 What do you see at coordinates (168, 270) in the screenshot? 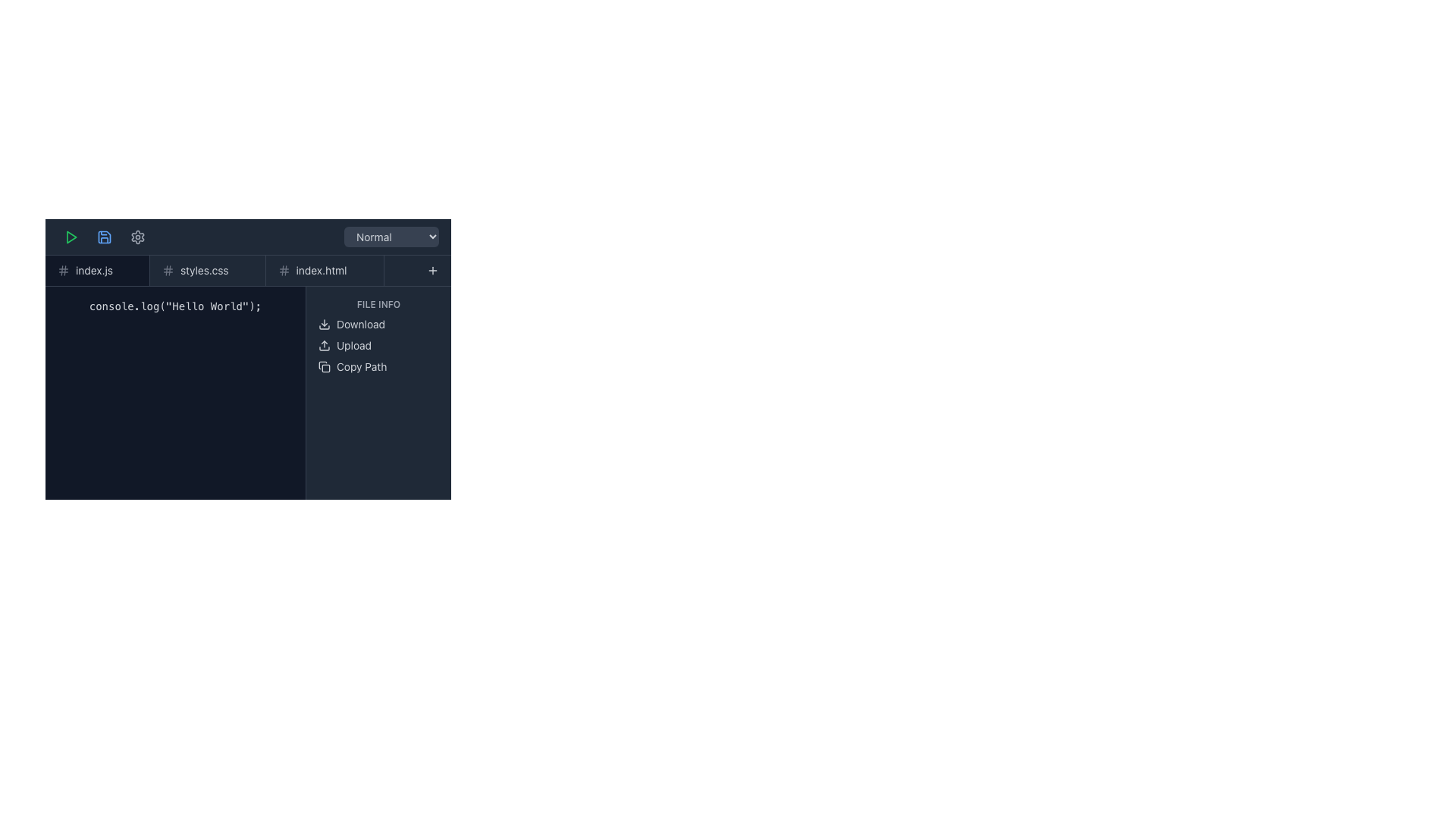
I see `the small gray hash icon located beside the 'styles.css' text in the header area of the interface if it is interactive` at bounding box center [168, 270].